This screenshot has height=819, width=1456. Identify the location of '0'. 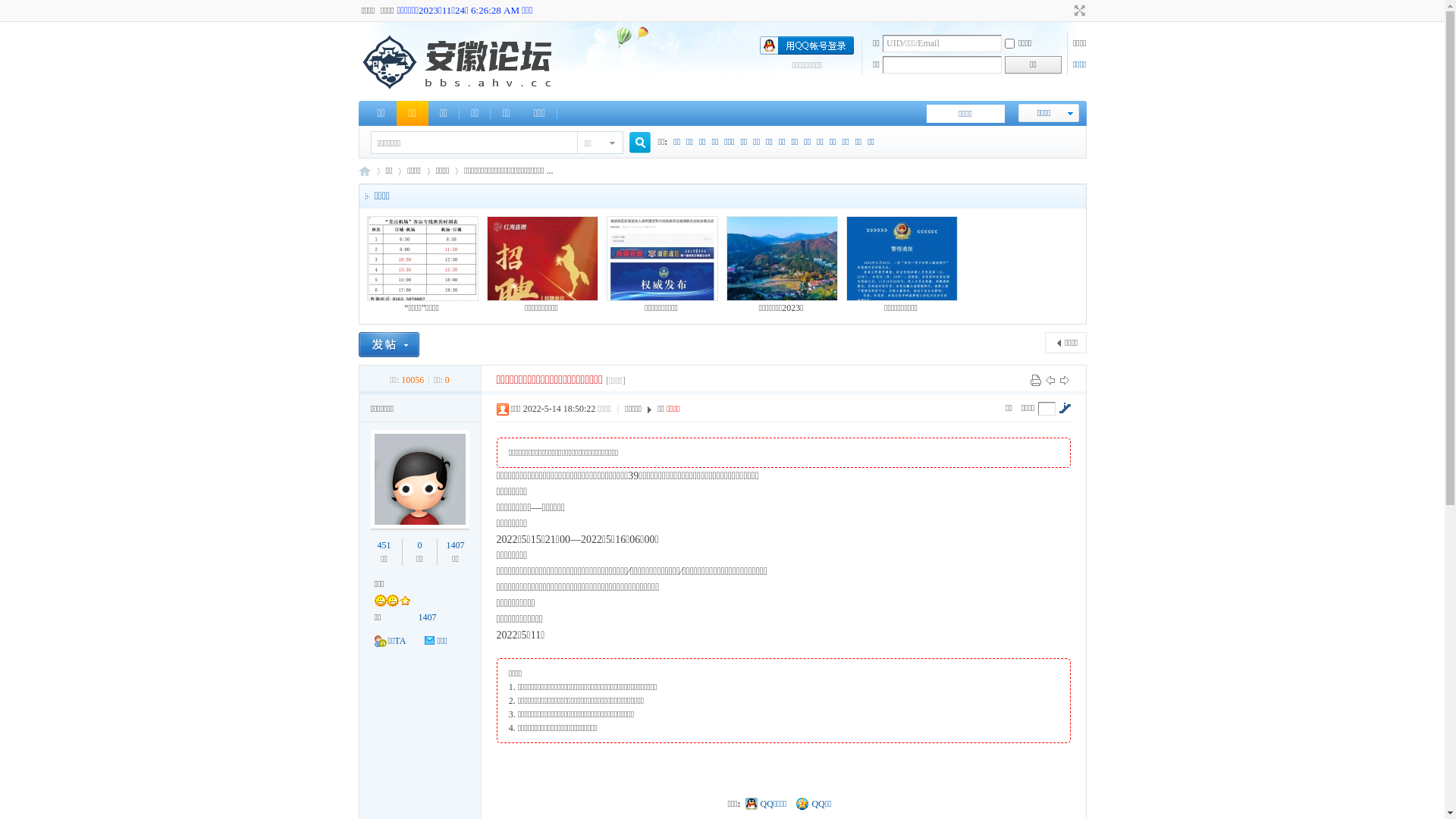
(417, 544).